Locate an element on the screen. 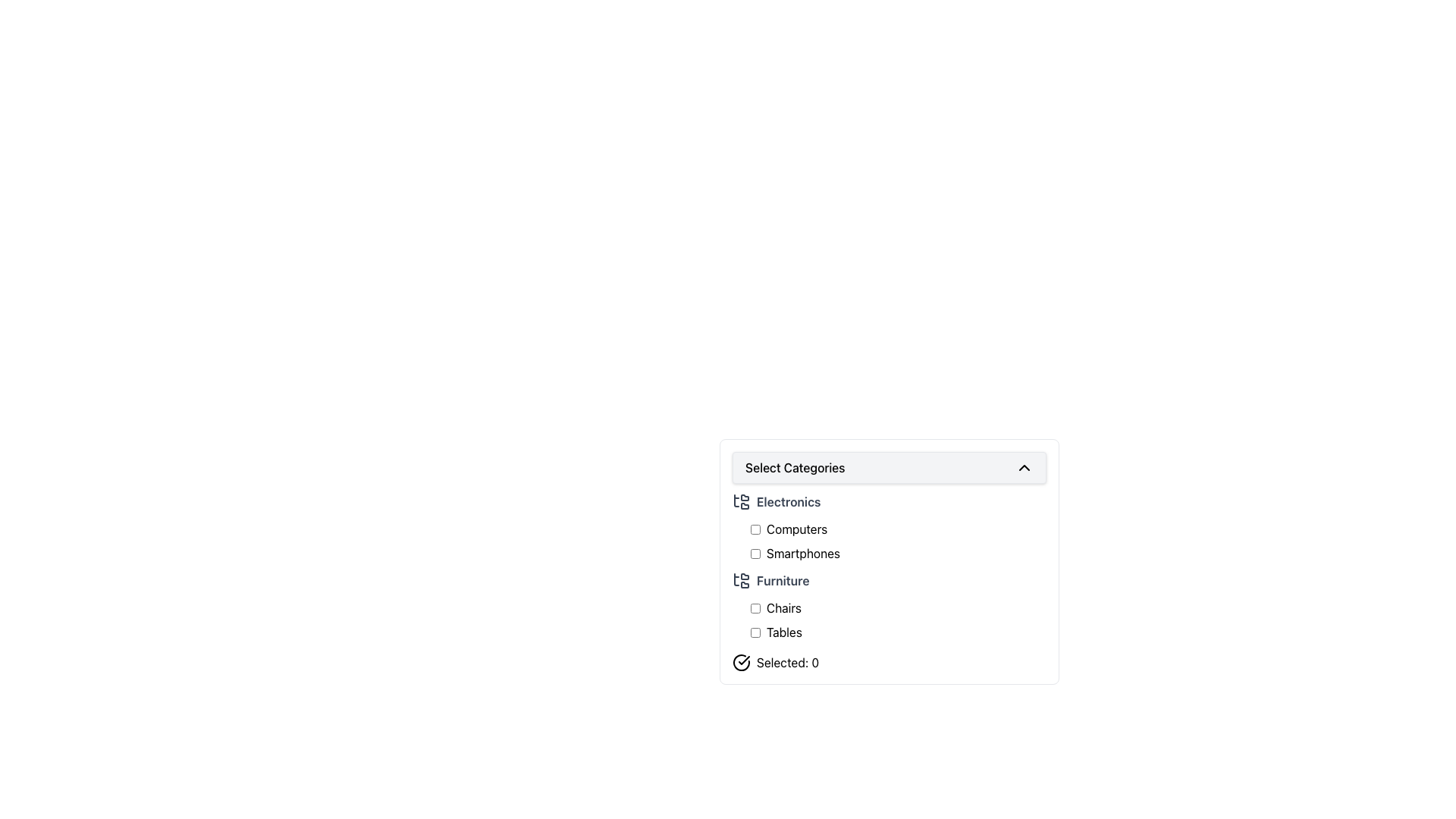  the checkbox located to the left of the label 'Tables' in the 'Furniture' section is located at coordinates (755, 632).